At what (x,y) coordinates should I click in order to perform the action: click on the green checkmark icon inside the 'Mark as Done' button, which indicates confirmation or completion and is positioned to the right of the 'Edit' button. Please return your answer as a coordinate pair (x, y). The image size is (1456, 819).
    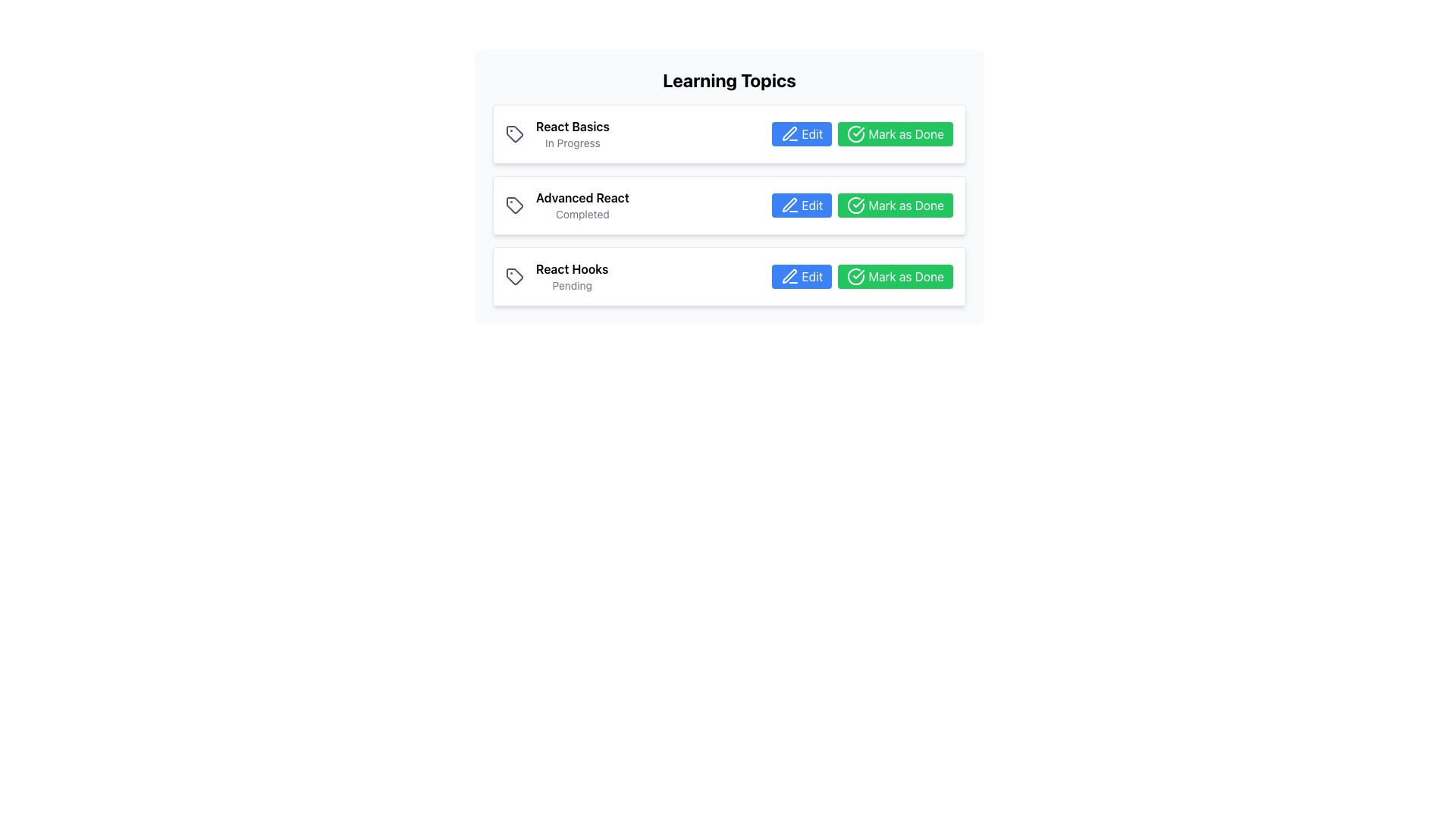
    Looking at the image, I should click on (856, 133).